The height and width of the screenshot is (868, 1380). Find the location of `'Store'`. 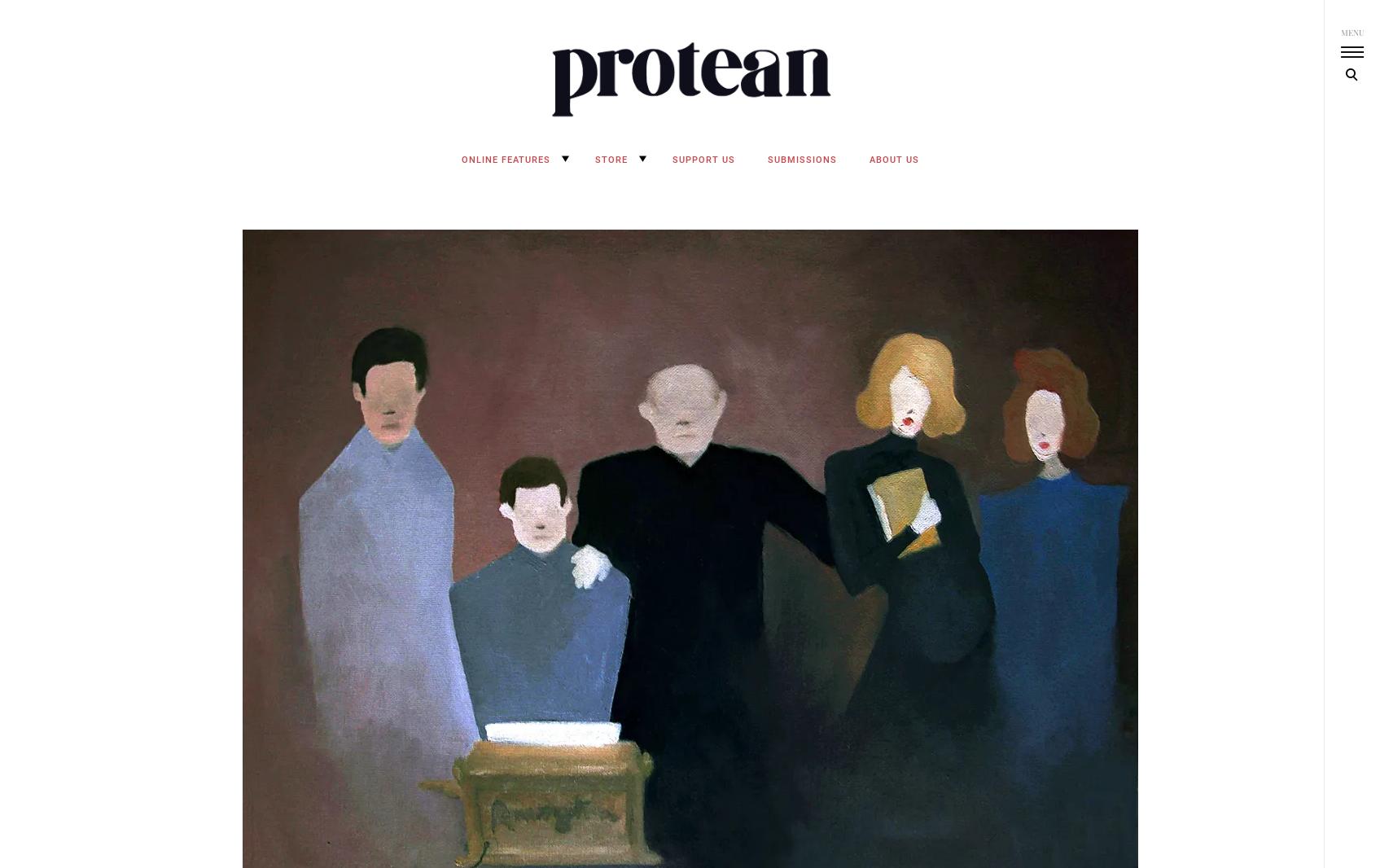

'Store' is located at coordinates (610, 159).